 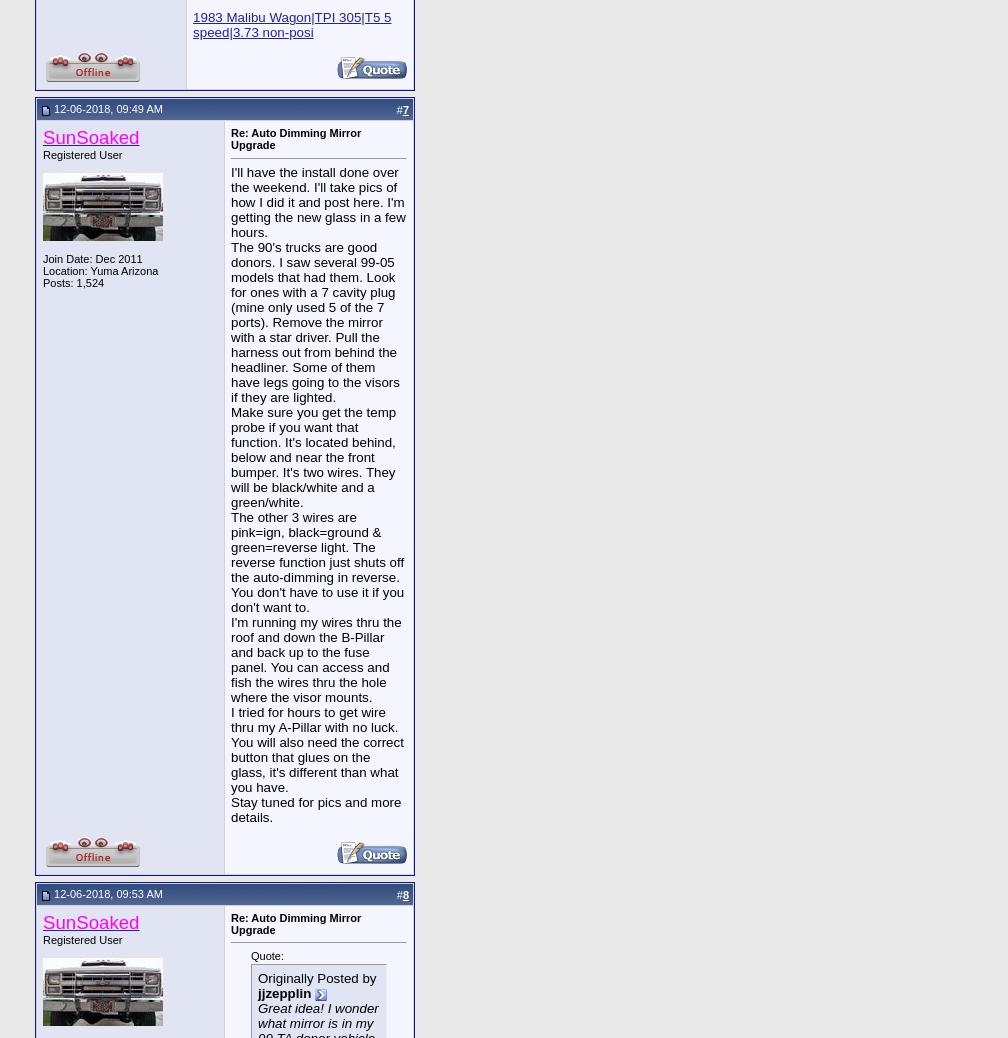 I want to click on '1983 Malibu Wagon|TPI 305|T5 5 speed|3.73 non-posi', so click(x=292, y=24).